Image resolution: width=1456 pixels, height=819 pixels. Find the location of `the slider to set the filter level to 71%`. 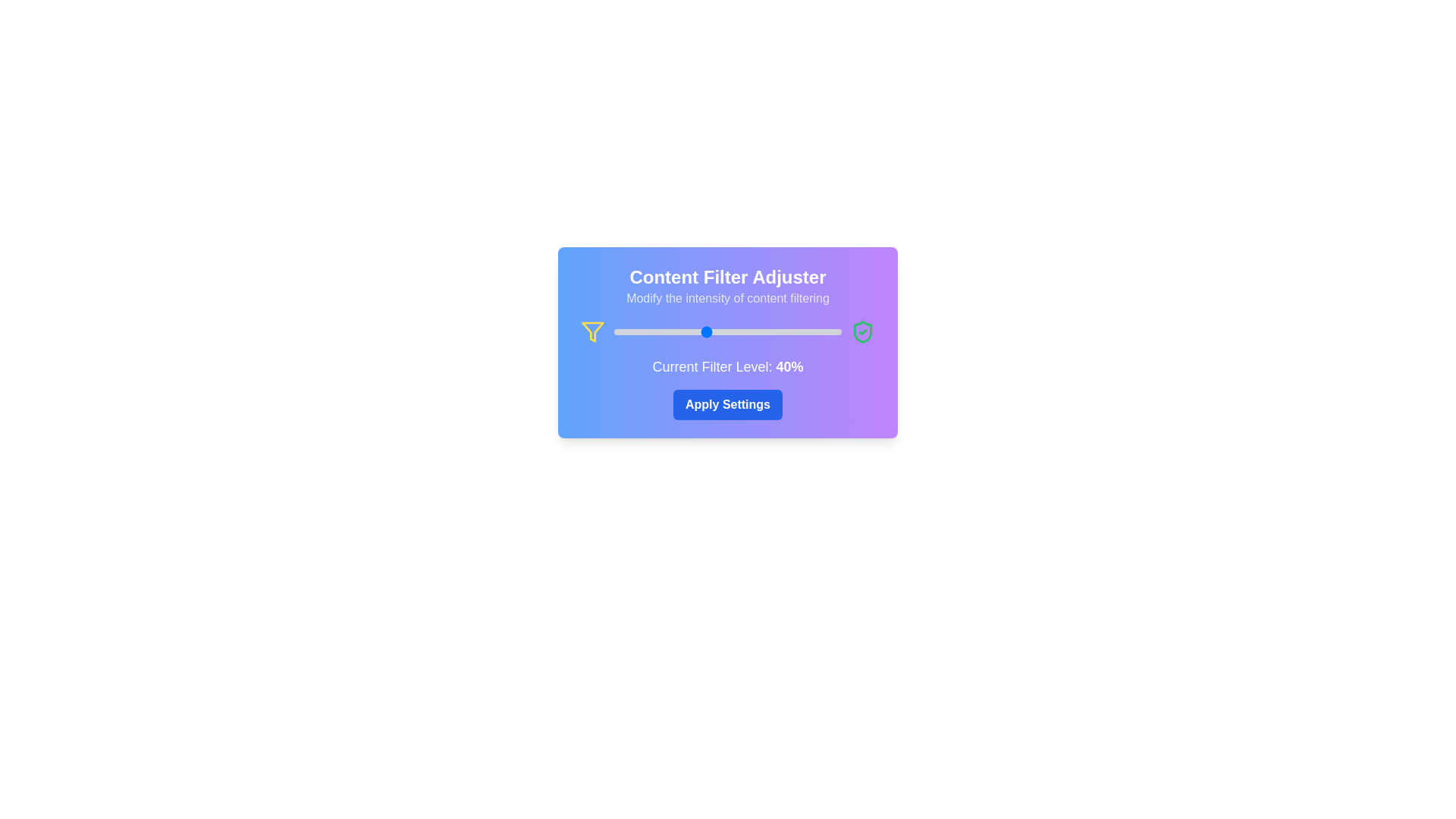

the slider to set the filter level to 71% is located at coordinates (775, 331).